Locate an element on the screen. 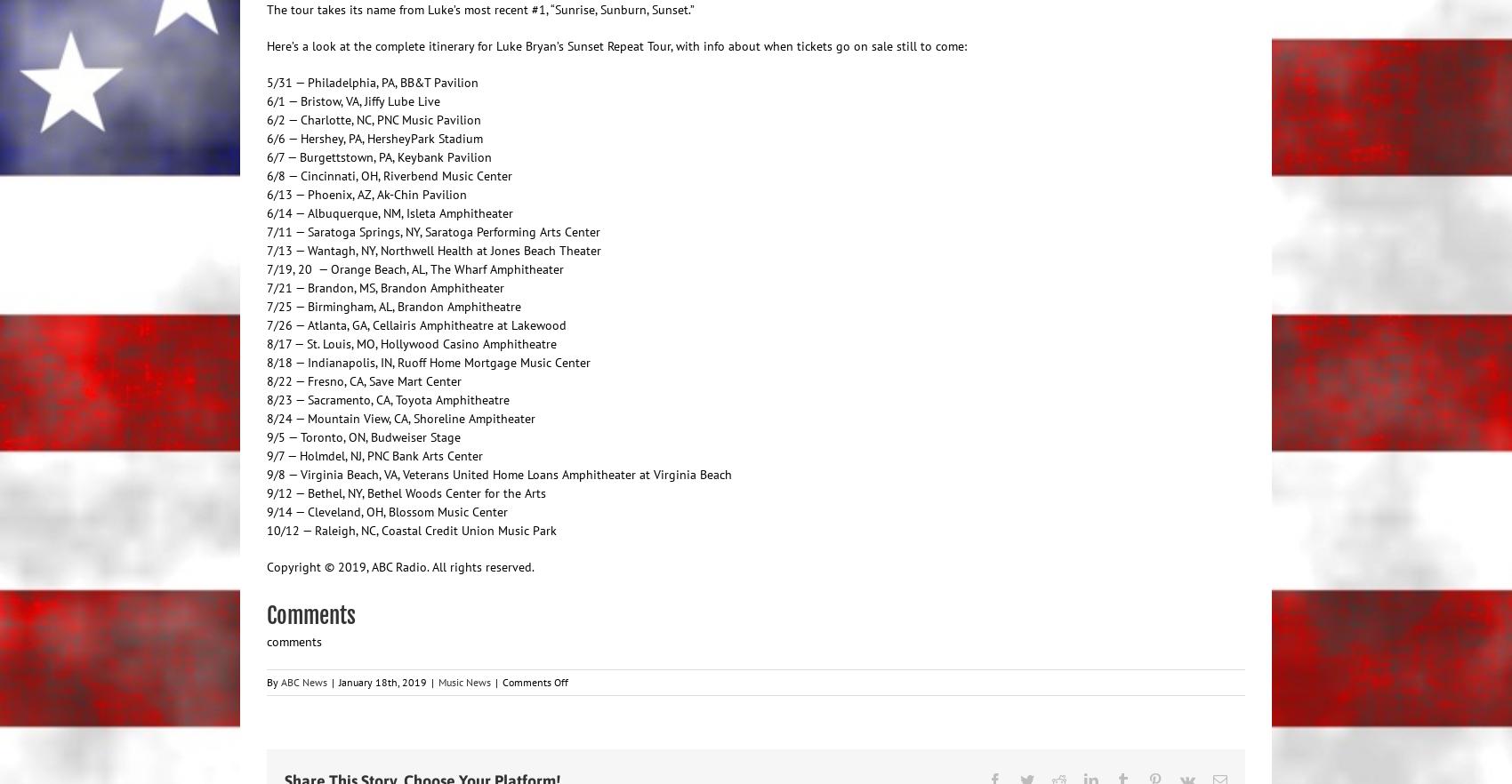  '9/7 — Holmdel, NJ, PNC Bank Arts Center' is located at coordinates (374, 455).